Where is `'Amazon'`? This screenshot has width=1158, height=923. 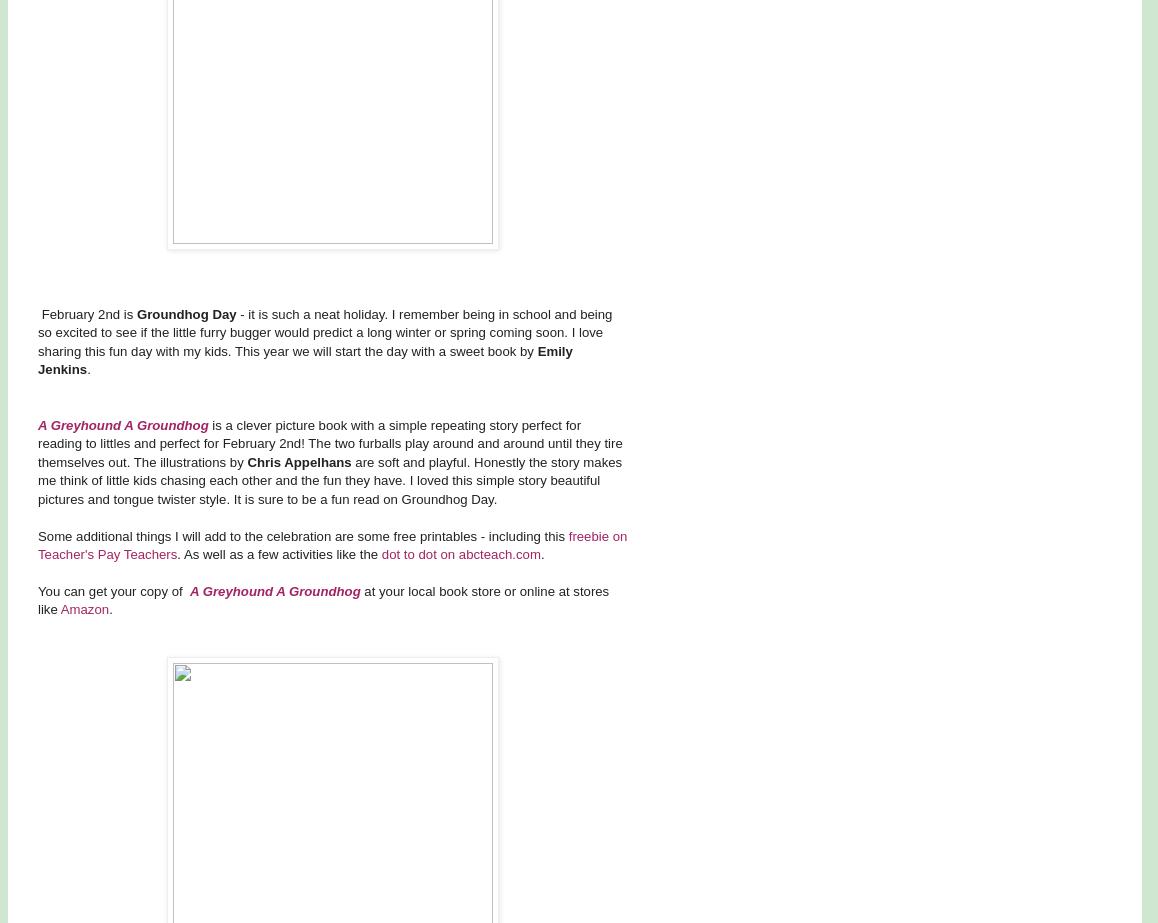
'Amazon' is located at coordinates (84, 608).